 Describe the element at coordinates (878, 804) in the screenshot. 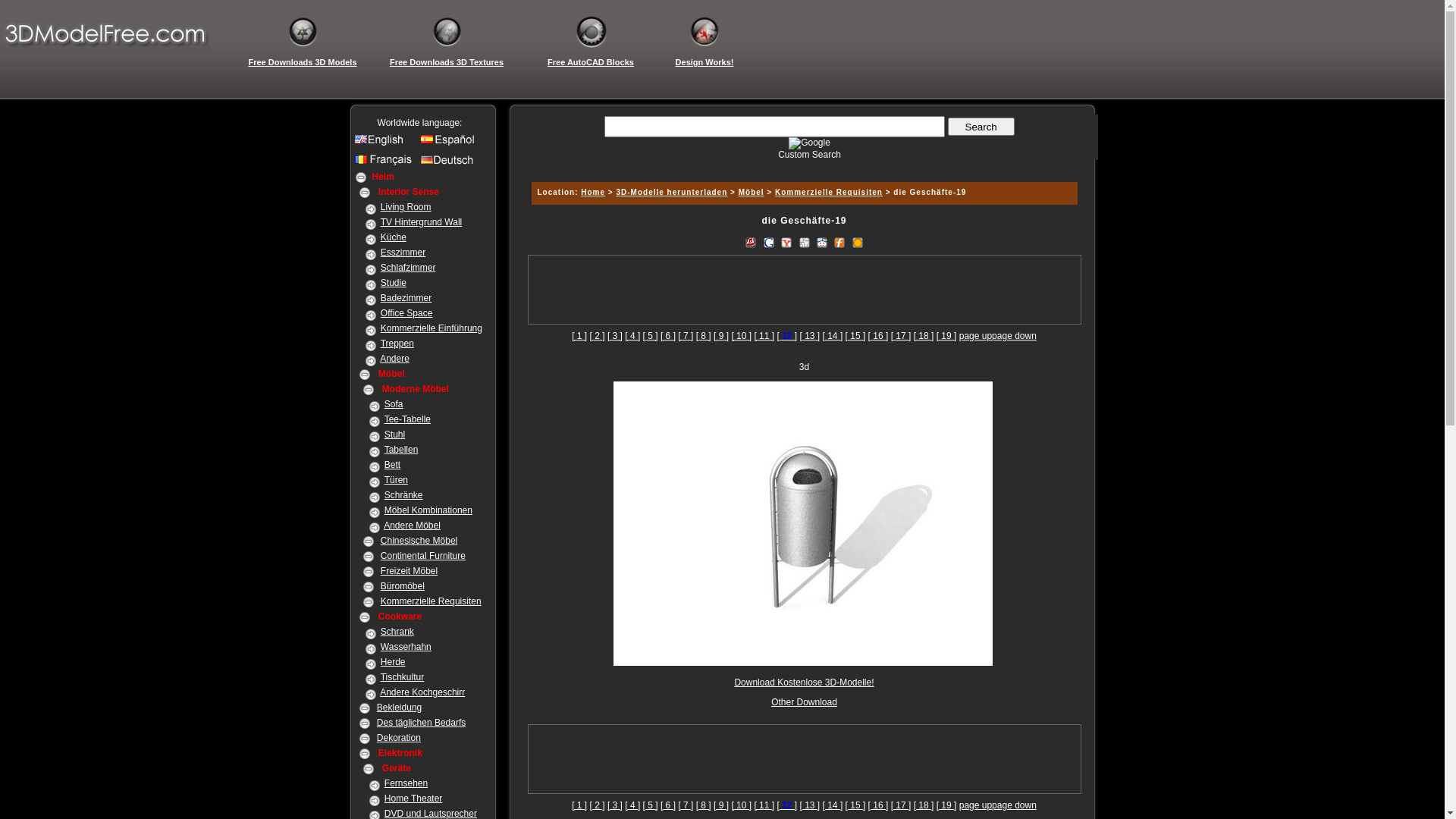

I see `'[ 16 ]'` at that location.